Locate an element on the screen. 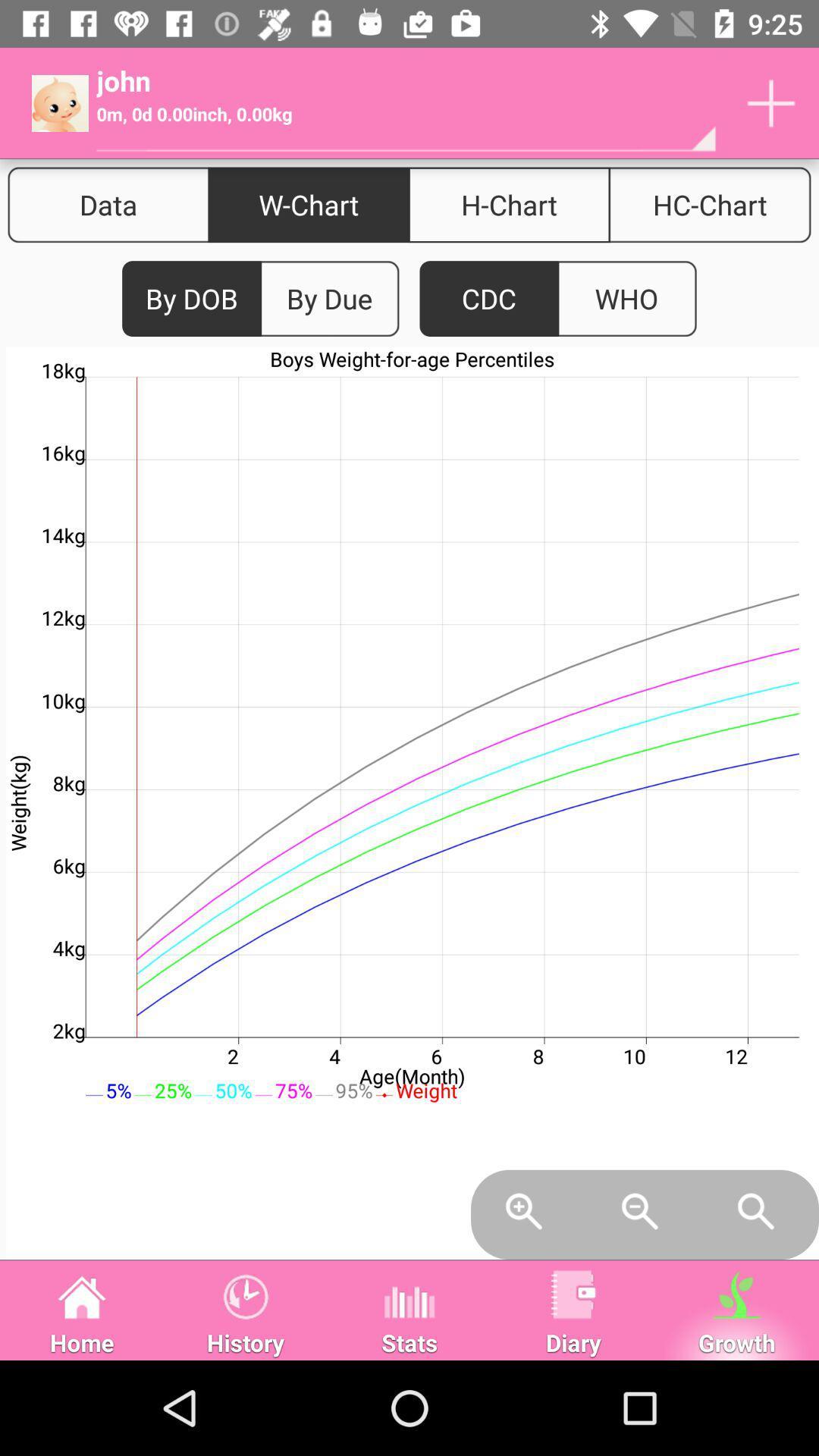  the item next to the by due icon is located at coordinates (489, 299).